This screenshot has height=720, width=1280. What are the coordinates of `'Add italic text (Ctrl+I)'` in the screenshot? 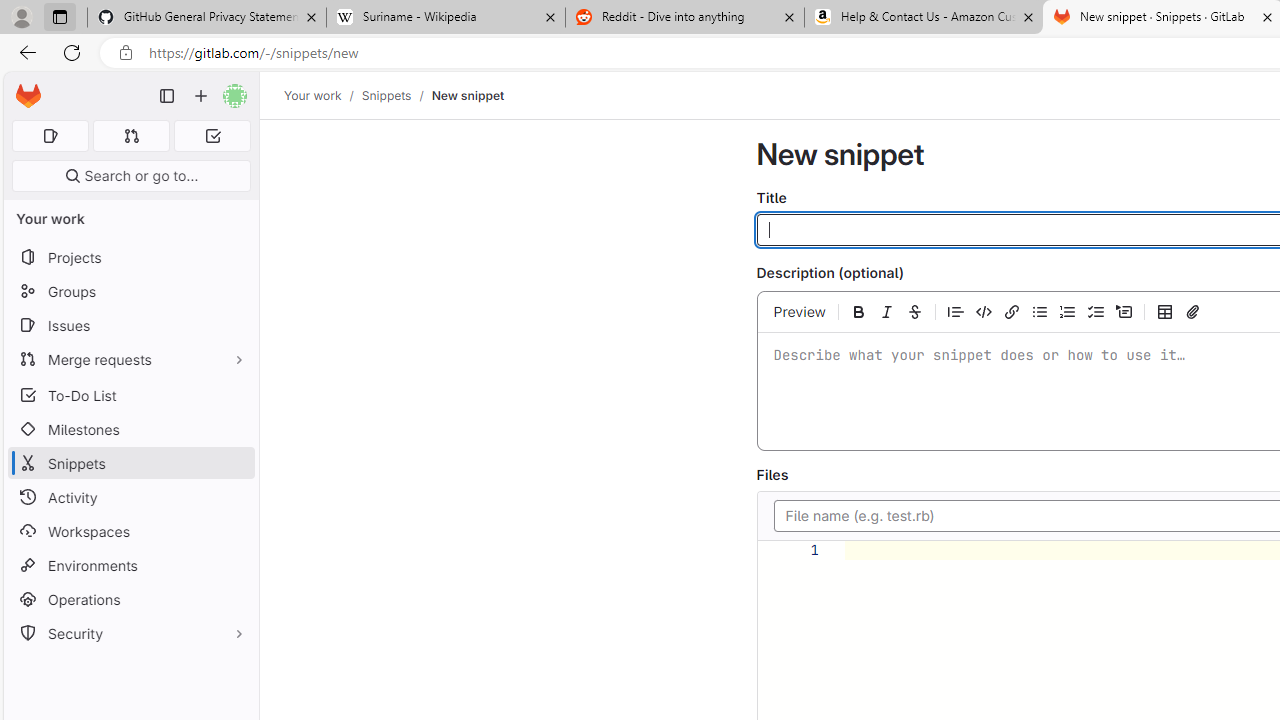 It's located at (886, 311).